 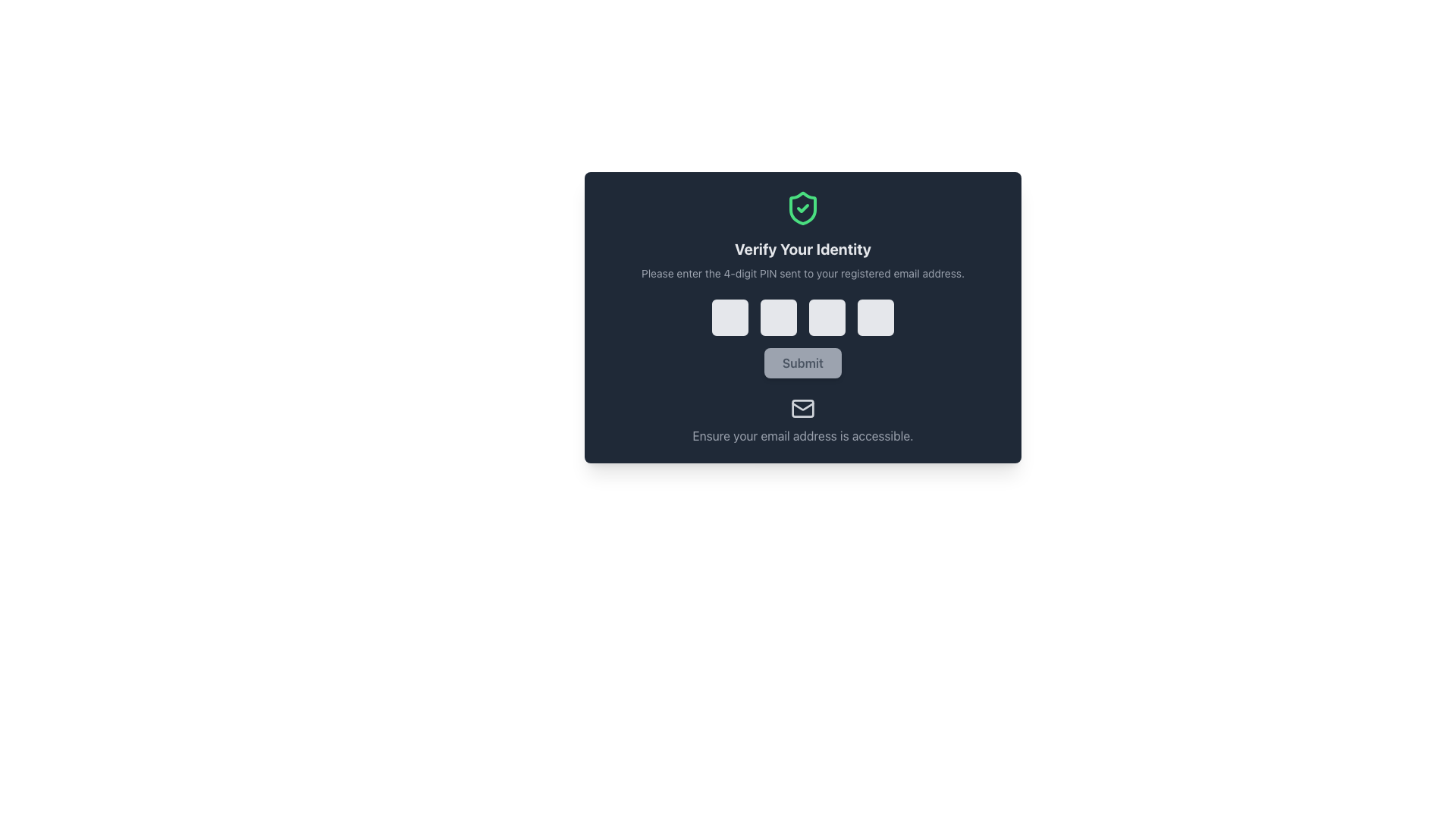 What do you see at coordinates (802, 435) in the screenshot?
I see `the text label that reads 'Ensure your email address is accessible.' which is styled in a small, gray font and positioned below the mail icon` at bounding box center [802, 435].